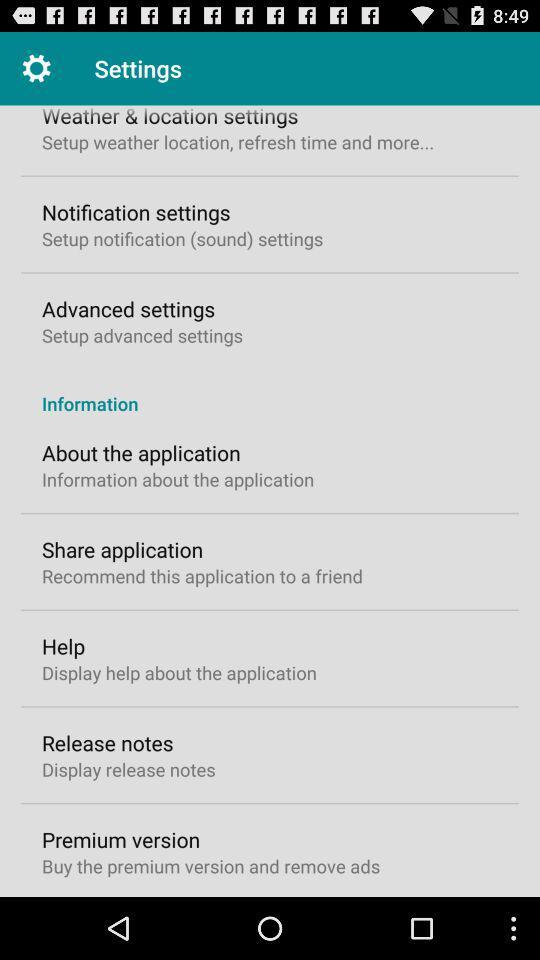 The image size is (540, 960). Describe the element at coordinates (179, 672) in the screenshot. I see `the display help about item` at that location.